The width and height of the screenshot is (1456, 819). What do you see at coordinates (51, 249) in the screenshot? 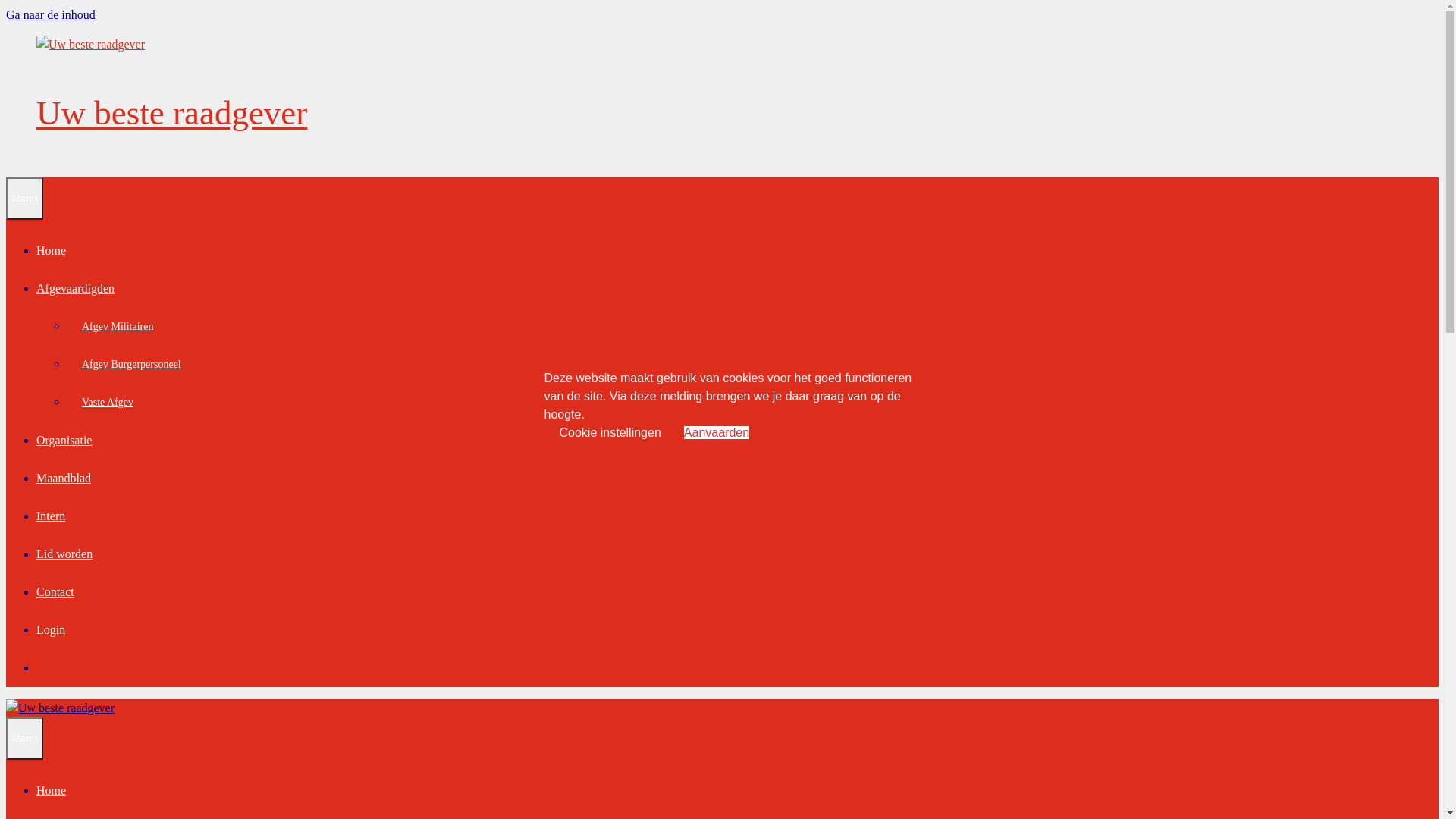
I see `'Home'` at bounding box center [51, 249].